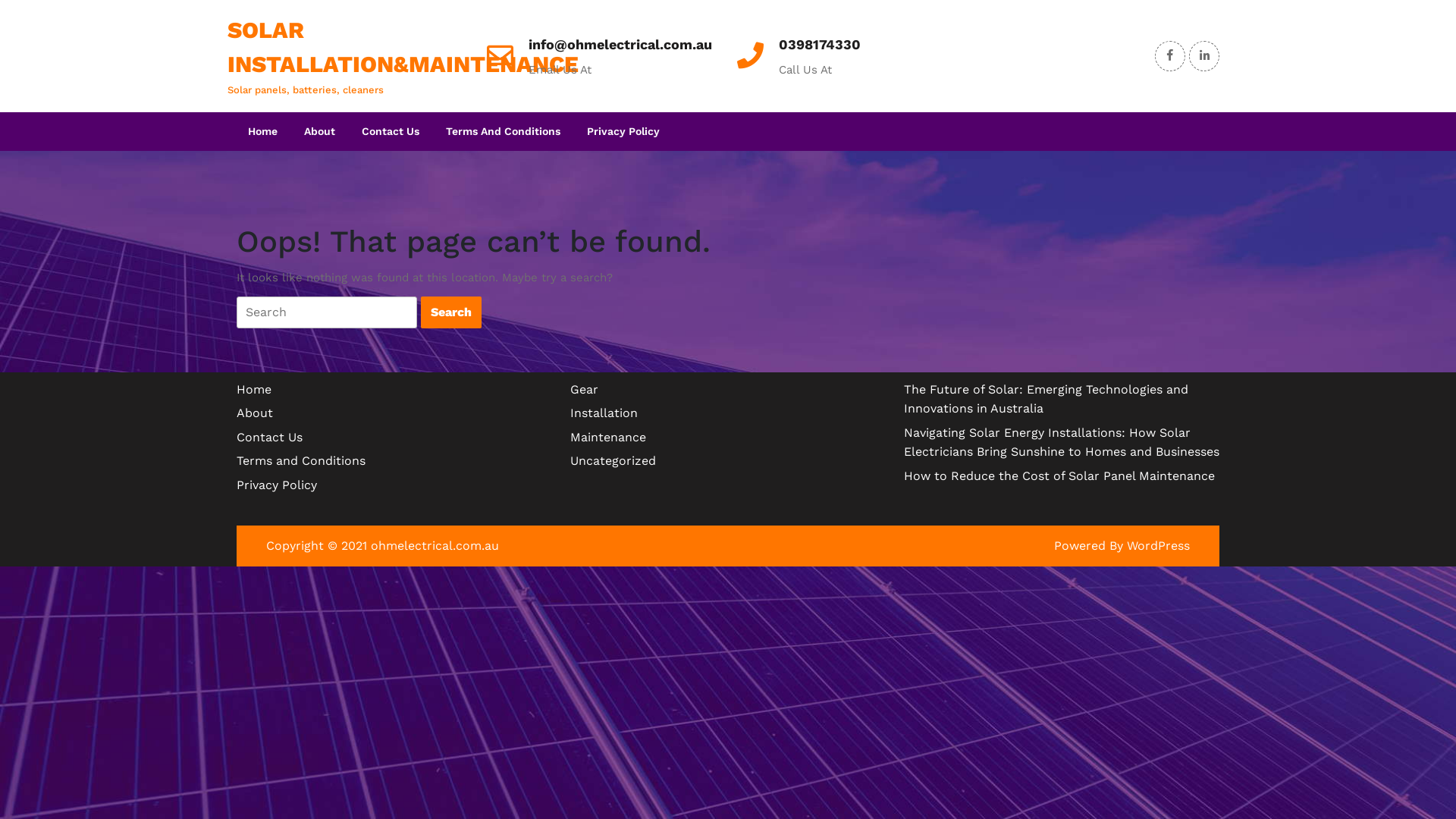 Image resolution: width=1456 pixels, height=819 pixels. I want to click on 'Maintenance', so click(607, 437).